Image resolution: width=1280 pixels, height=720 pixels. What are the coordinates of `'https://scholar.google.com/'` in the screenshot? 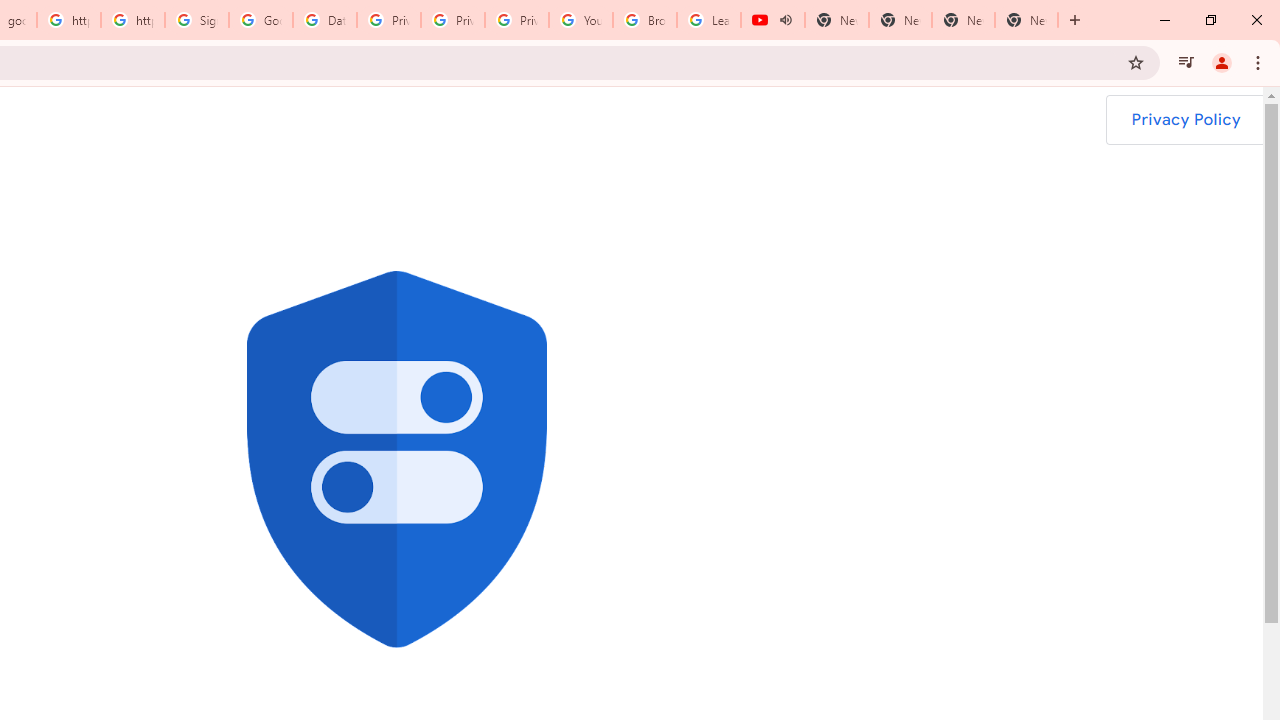 It's located at (69, 20).